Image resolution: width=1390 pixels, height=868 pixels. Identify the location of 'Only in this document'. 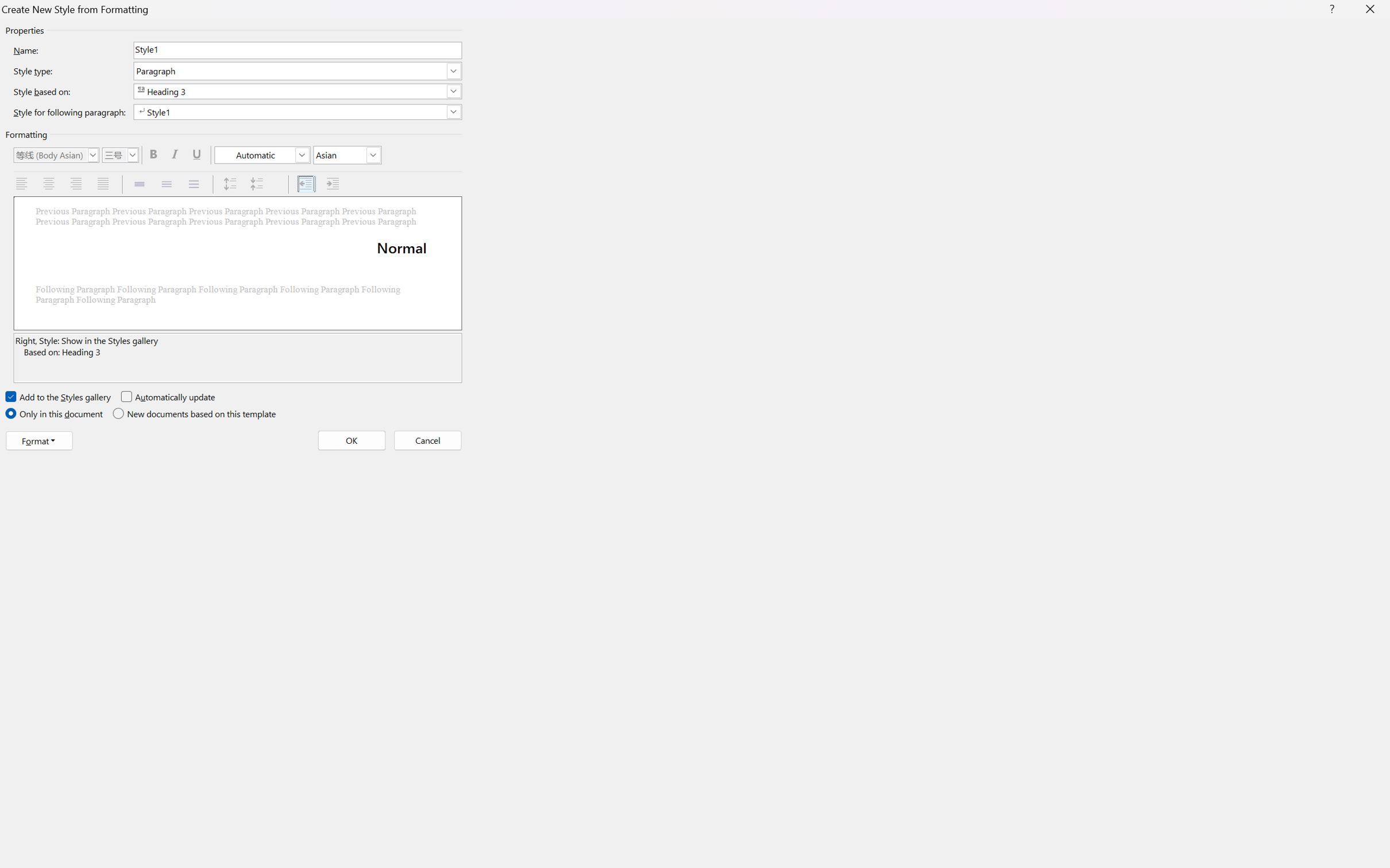
(55, 413).